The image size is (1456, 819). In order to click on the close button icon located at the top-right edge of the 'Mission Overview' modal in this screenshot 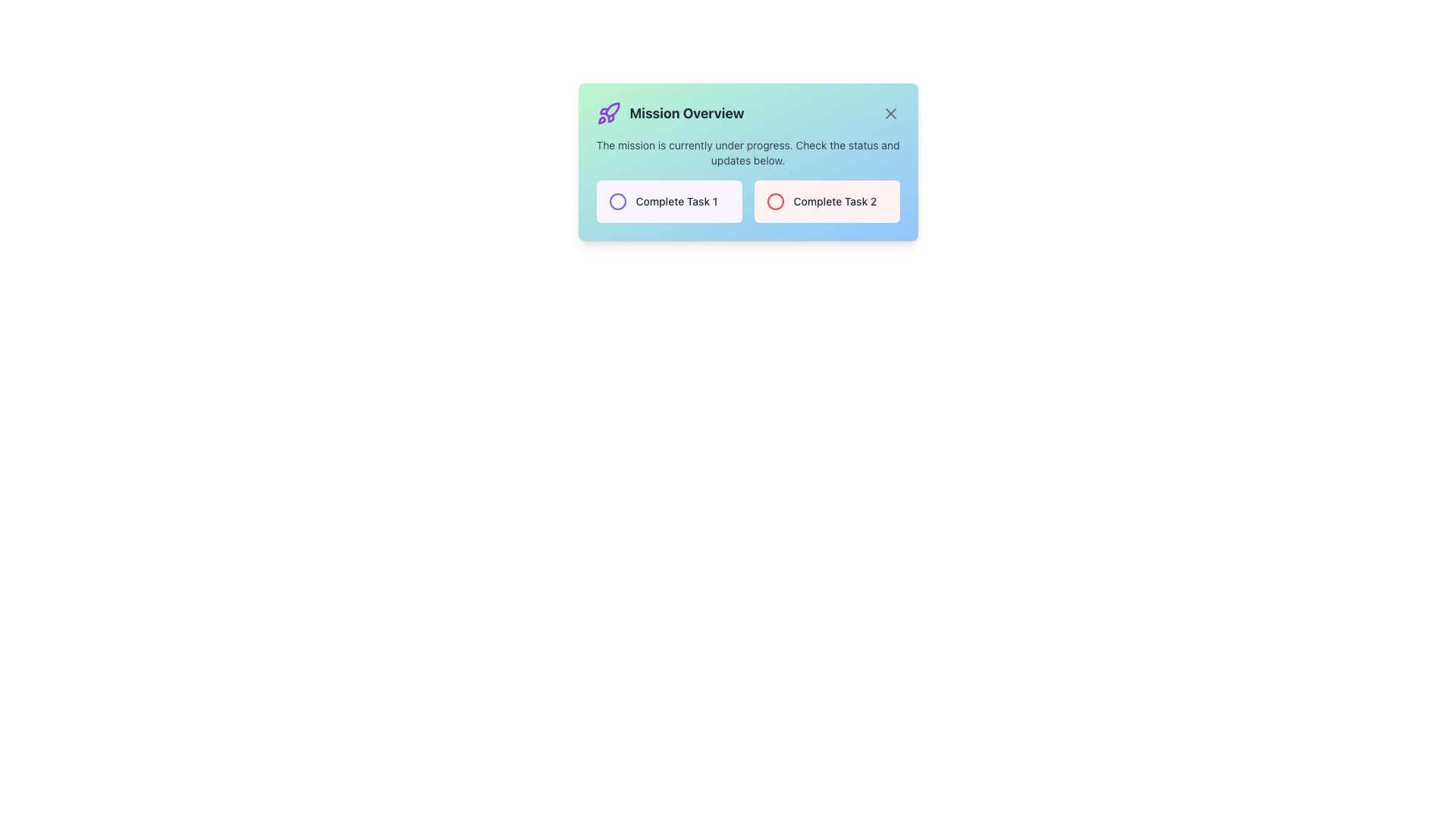, I will do `click(890, 113)`.